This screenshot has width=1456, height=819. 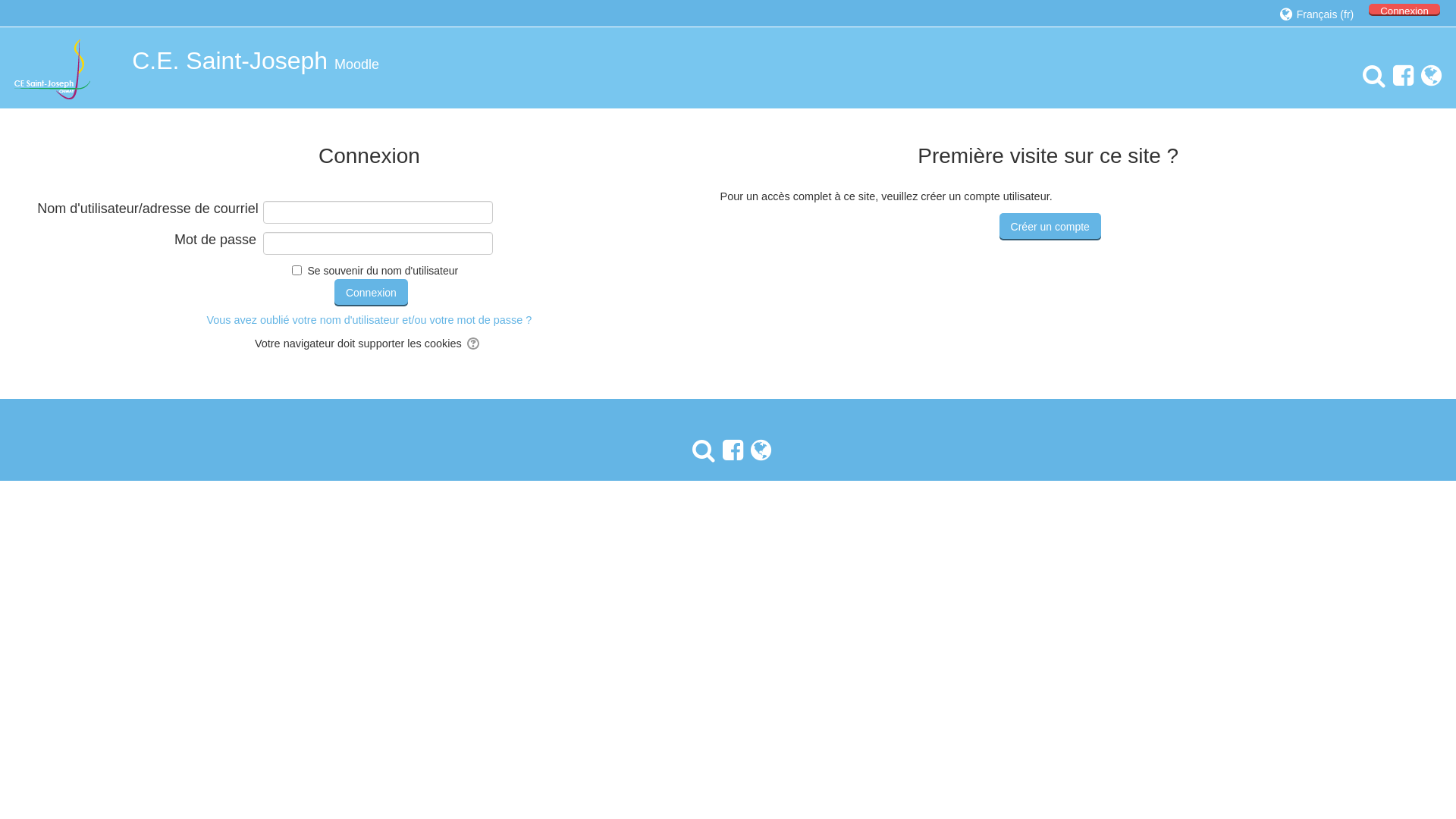 What do you see at coordinates (1426, 76) in the screenshot?
I see `'Site Web'` at bounding box center [1426, 76].